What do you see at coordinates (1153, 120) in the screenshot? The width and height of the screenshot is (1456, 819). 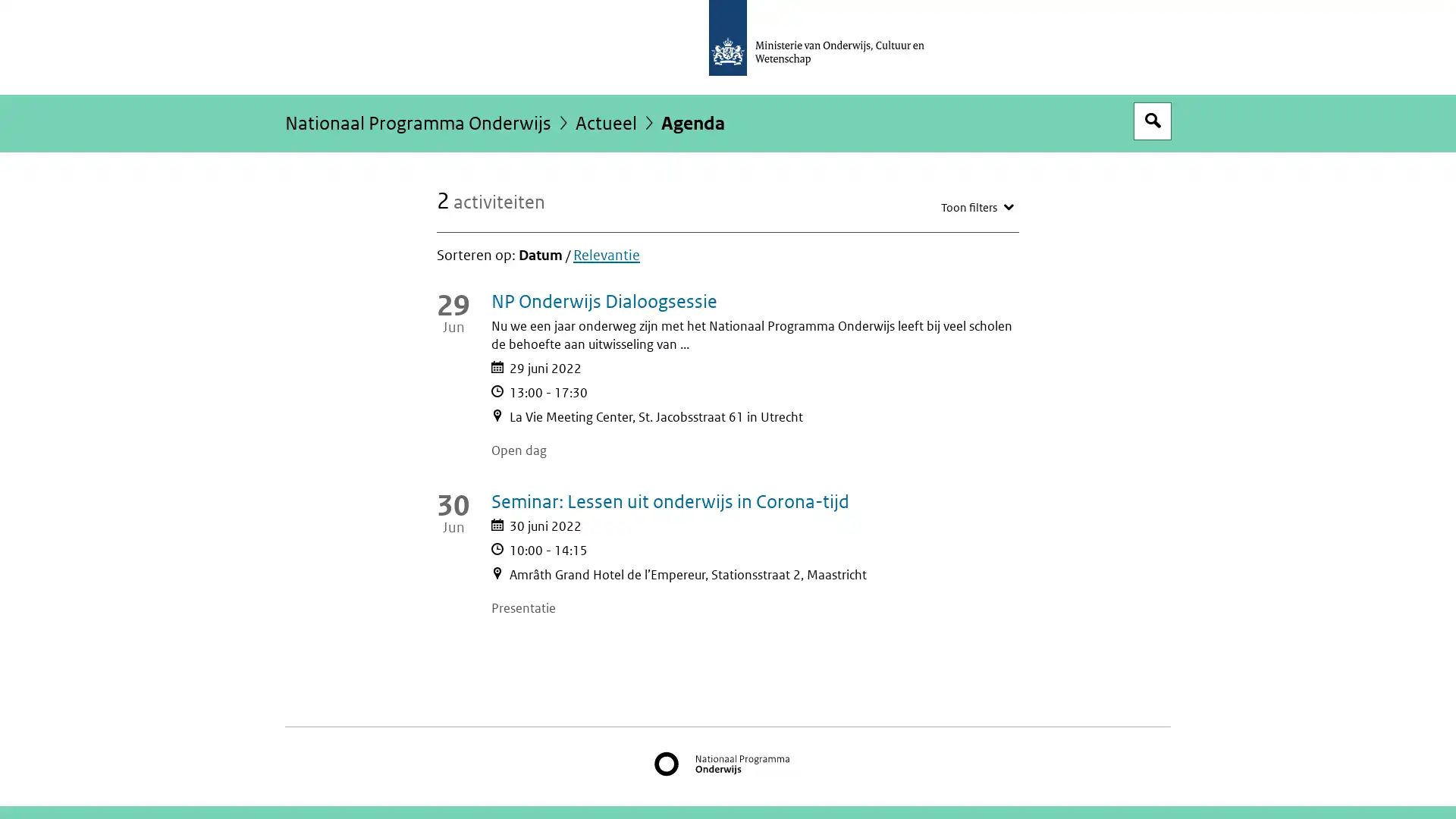 I see `Open zoekveld` at bounding box center [1153, 120].